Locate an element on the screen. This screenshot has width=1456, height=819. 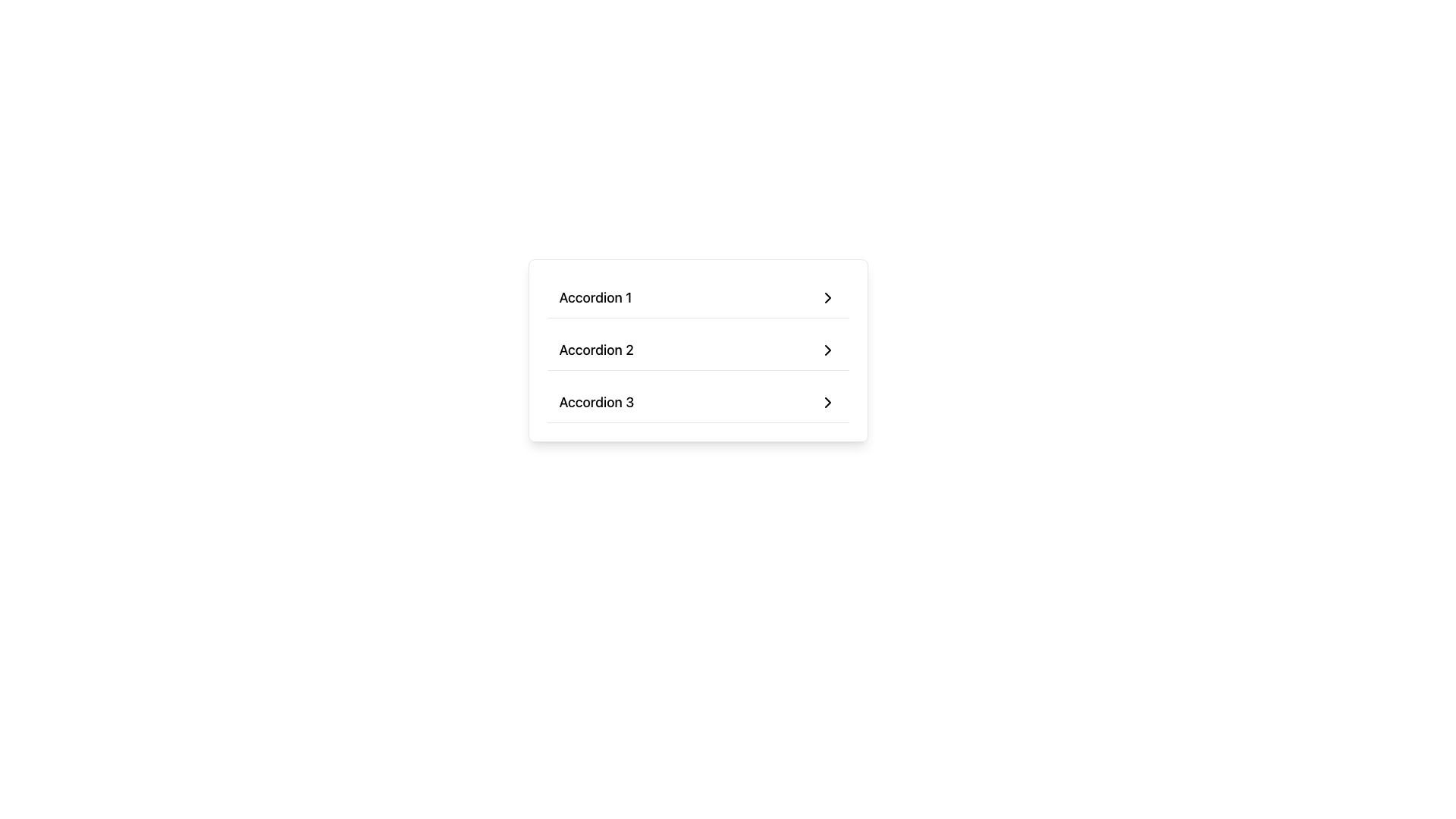
the small right-pointing chevron icon with a thin black outline, located adjacent to the text 'Accordion 1', to interact with the accordion is located at coordinates (827, 298).